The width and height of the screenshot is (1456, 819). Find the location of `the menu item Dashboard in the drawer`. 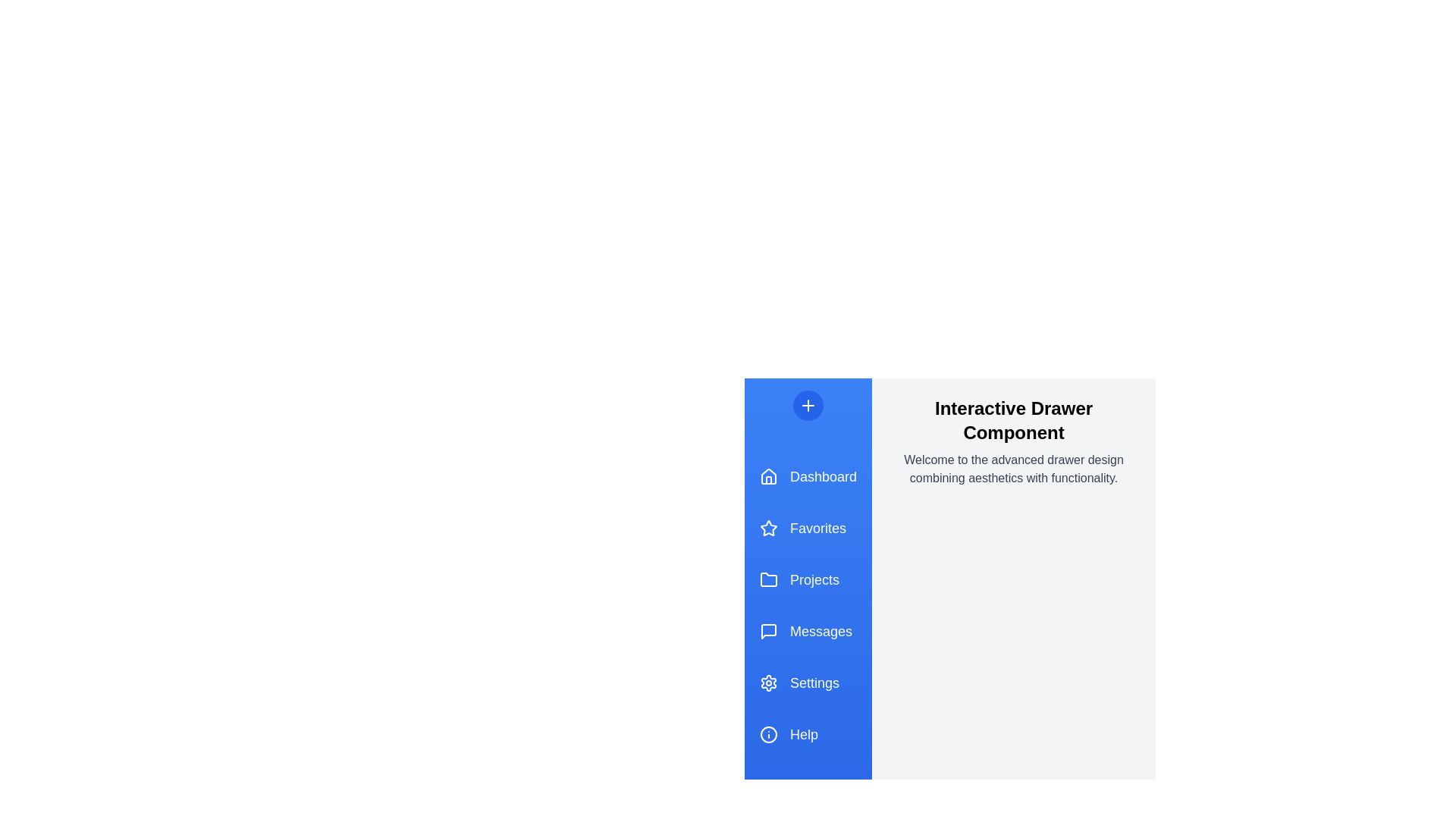

the menu item Dashboard in the drawer is located at coordinates (807, 475).